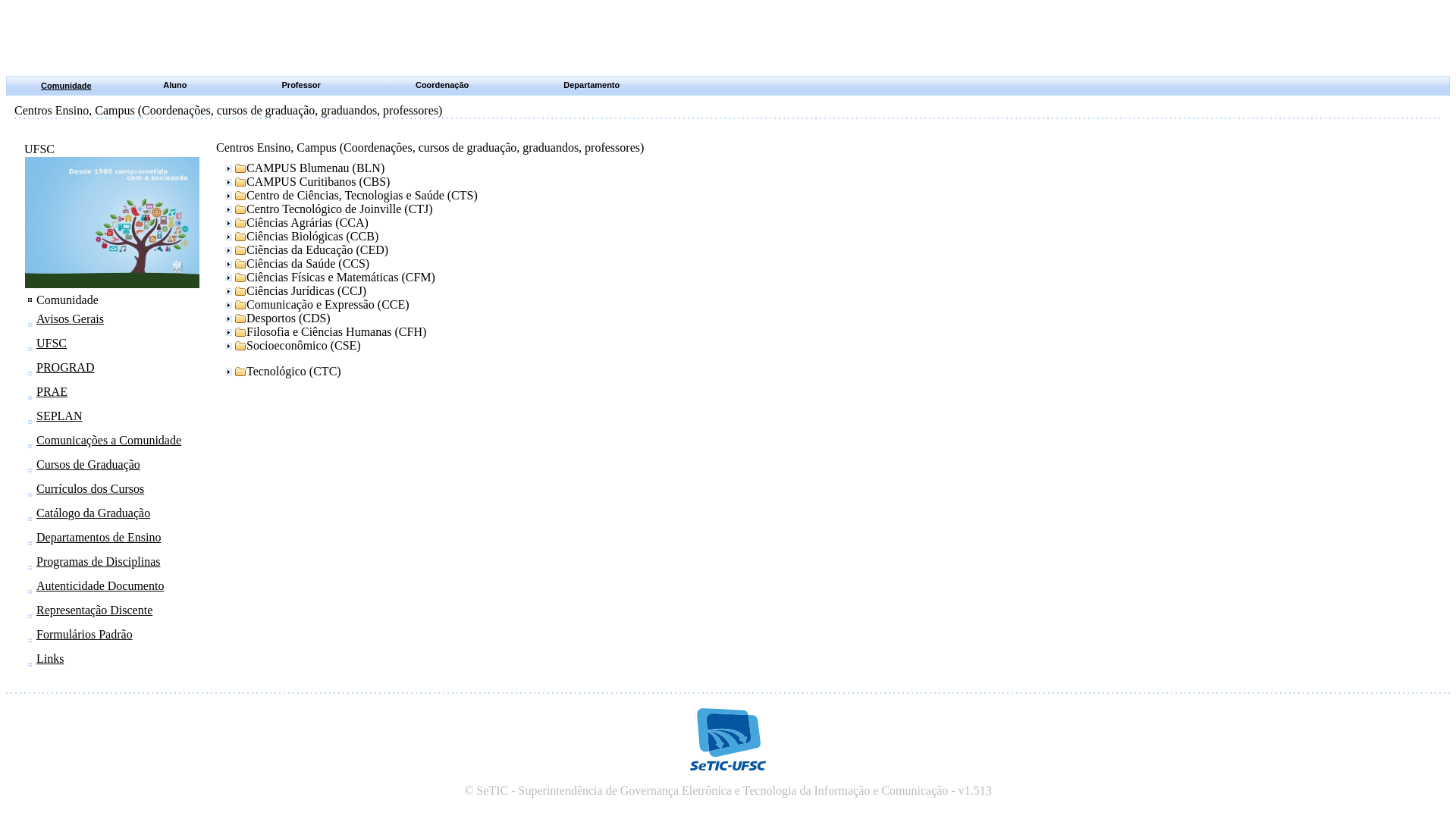 The width and height of the screenshot is (1456, 819). I want to click on 'PROGRAD', so click(64, 367).